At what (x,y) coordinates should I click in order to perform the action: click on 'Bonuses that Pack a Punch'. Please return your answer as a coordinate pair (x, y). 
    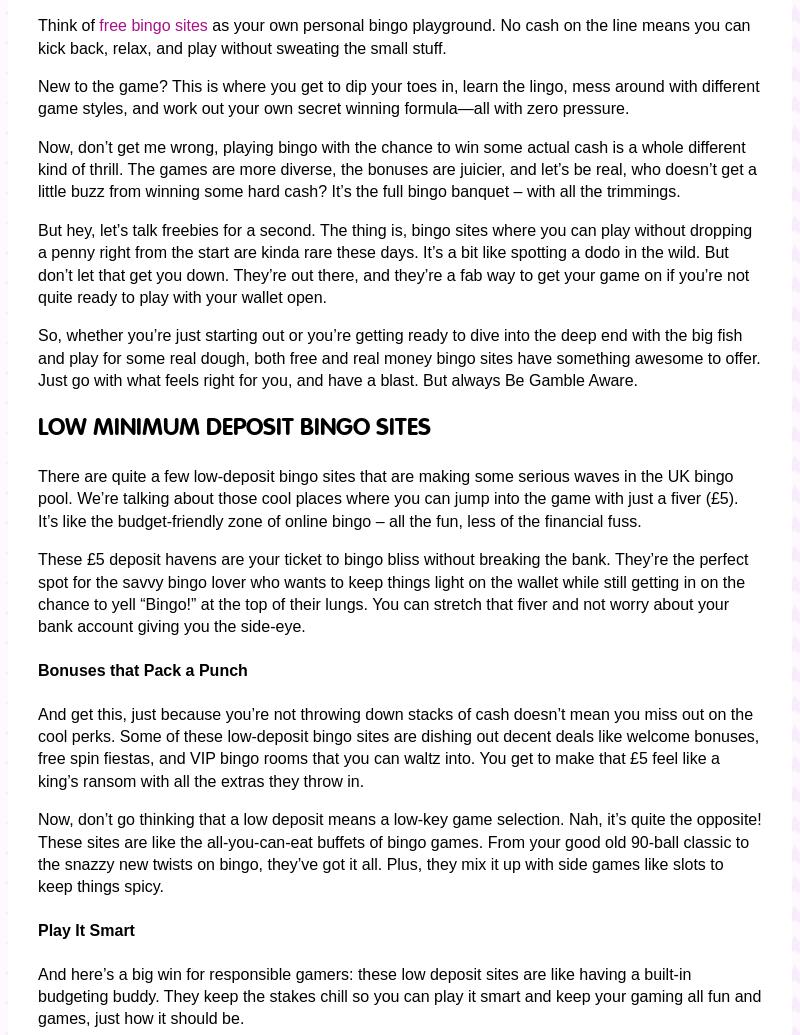
    Looking at the image, I should click on (142, 668).